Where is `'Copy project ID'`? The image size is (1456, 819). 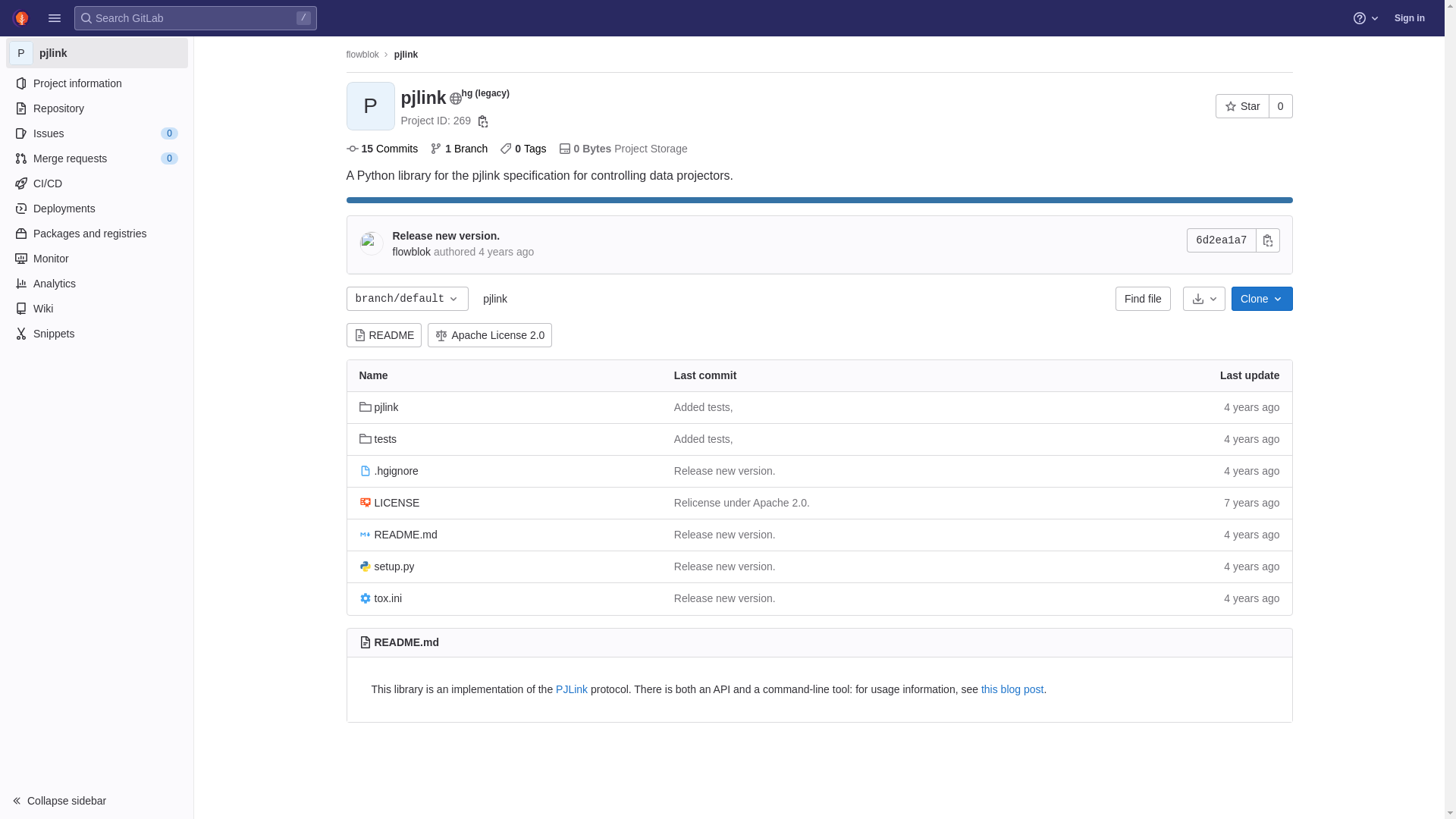
'Copy project ID' is located at coordinates (482, 120).